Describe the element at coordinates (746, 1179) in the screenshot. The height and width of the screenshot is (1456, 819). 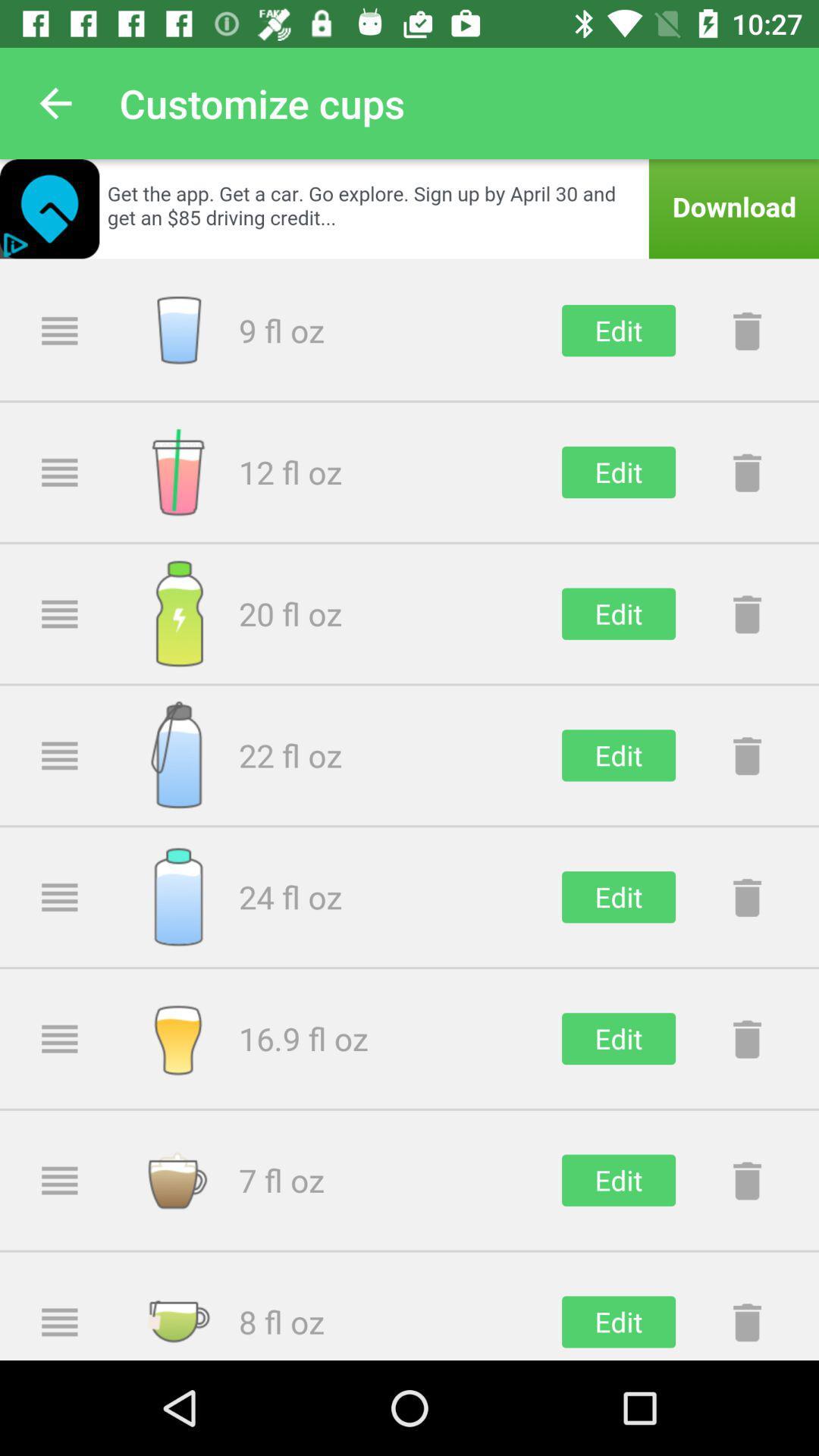
I see `move to trash` at that location.